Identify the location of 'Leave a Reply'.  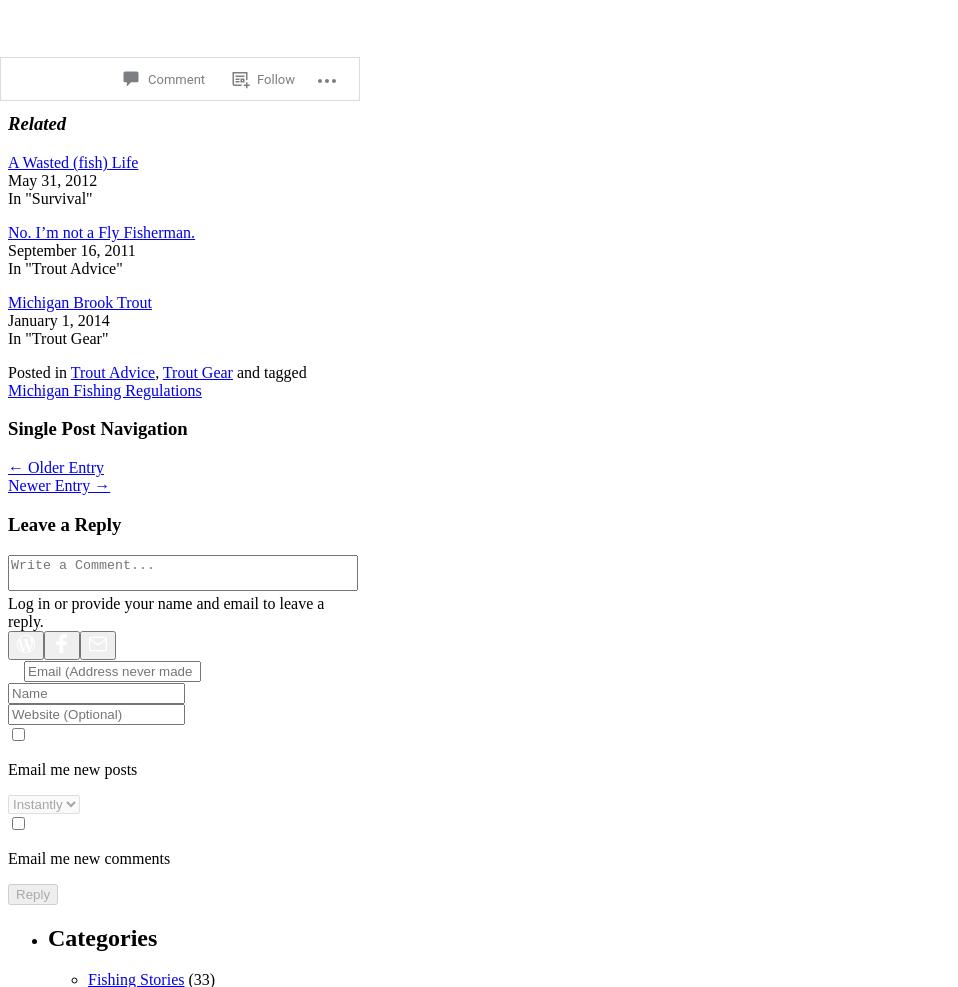
(7, 523).